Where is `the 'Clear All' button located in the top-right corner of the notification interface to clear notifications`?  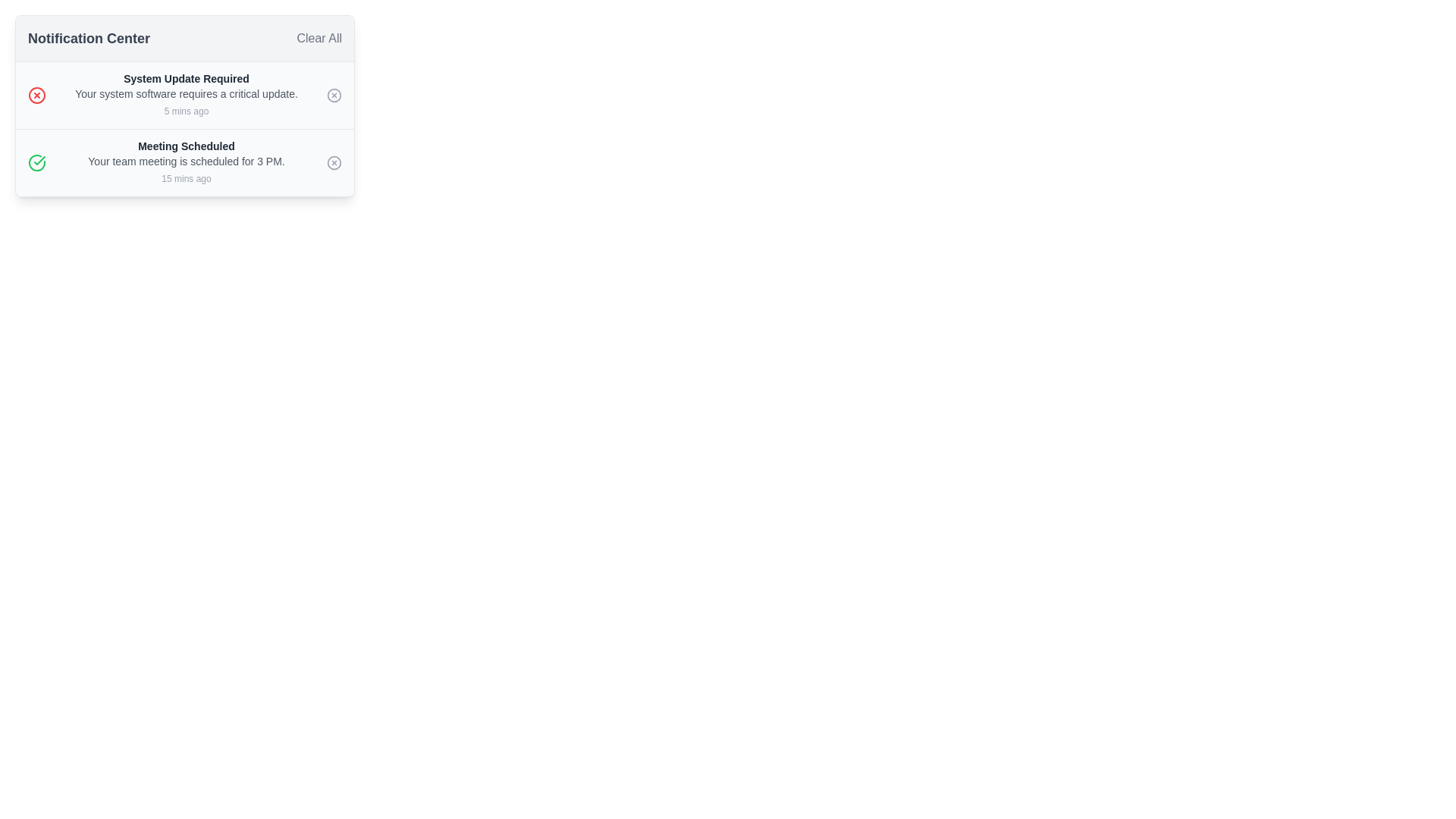
the 'Clear All' button located in the top-right corner of the notification interface to clear notifications is located at coordinates (318, 37).